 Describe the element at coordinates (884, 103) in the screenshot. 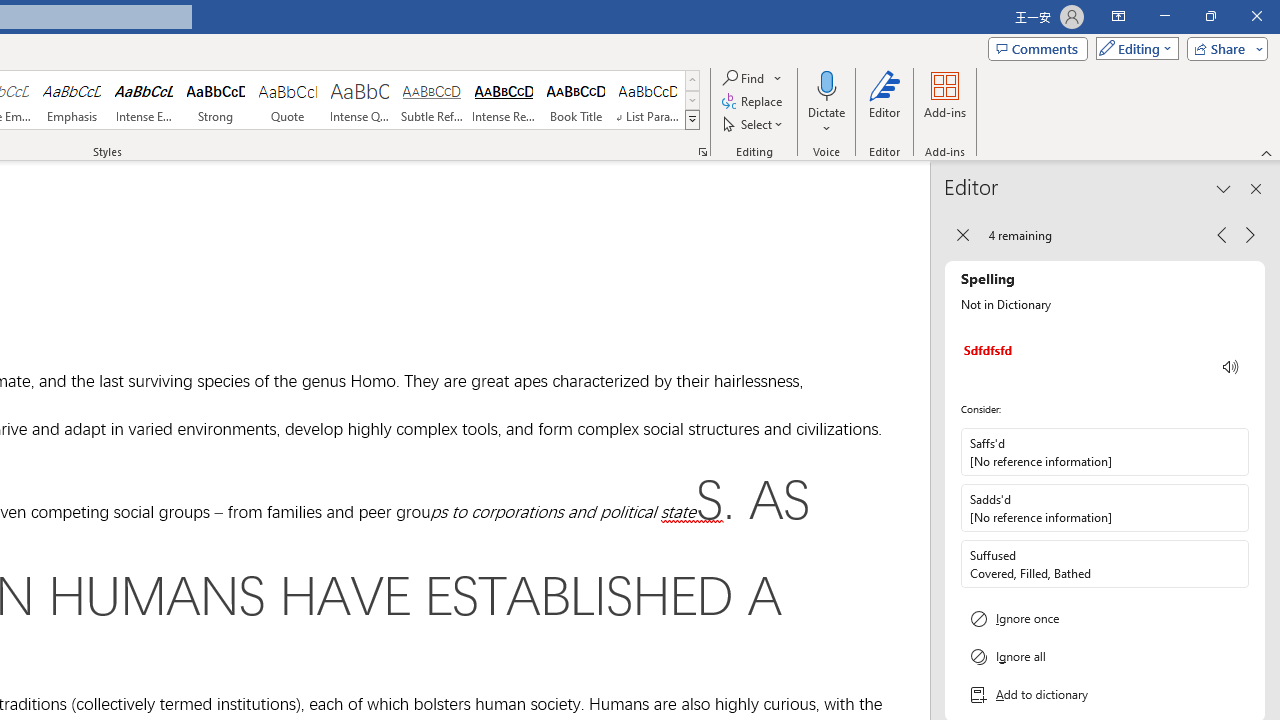

I see `'Editor'` at that location.